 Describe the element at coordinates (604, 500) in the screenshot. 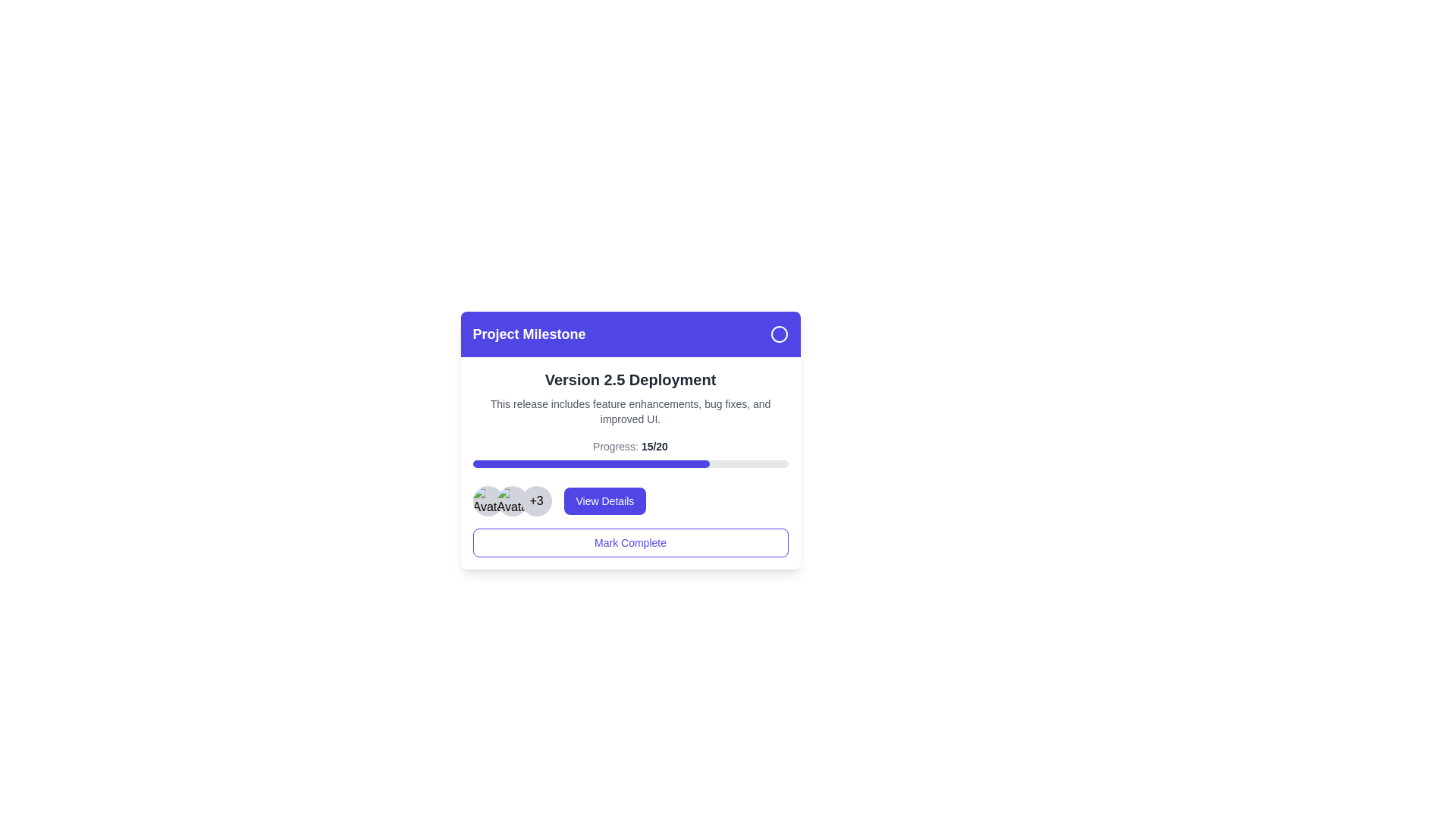

I see `the 'View Details' button, which is a prominent rectangular button with rounded corners and white text on an indigo background, positioned to the right of the avatars section and above the 'Mark Complete' button` at that location.